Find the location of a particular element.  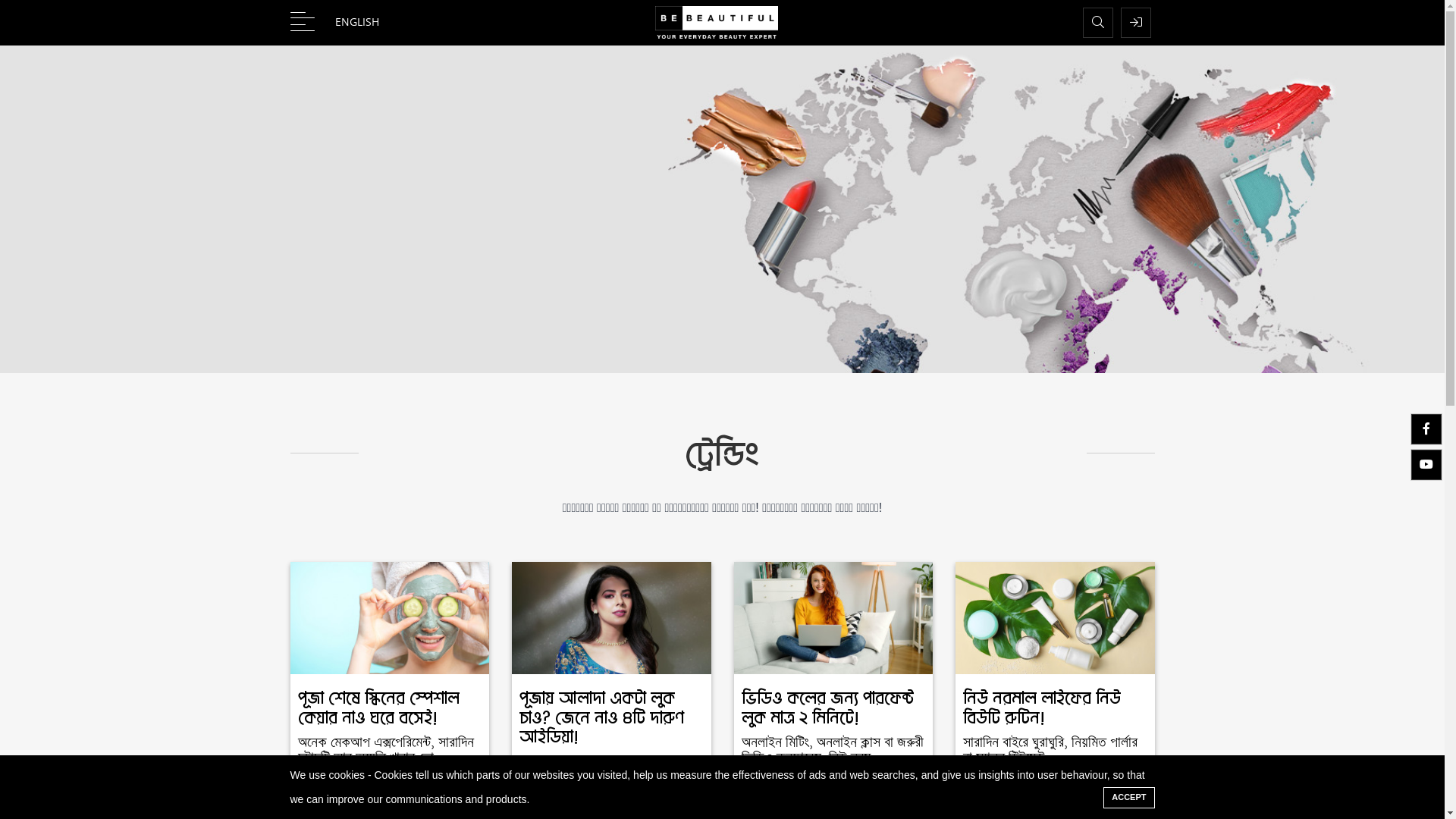

'Search' is located at coordinates (1082, 23).